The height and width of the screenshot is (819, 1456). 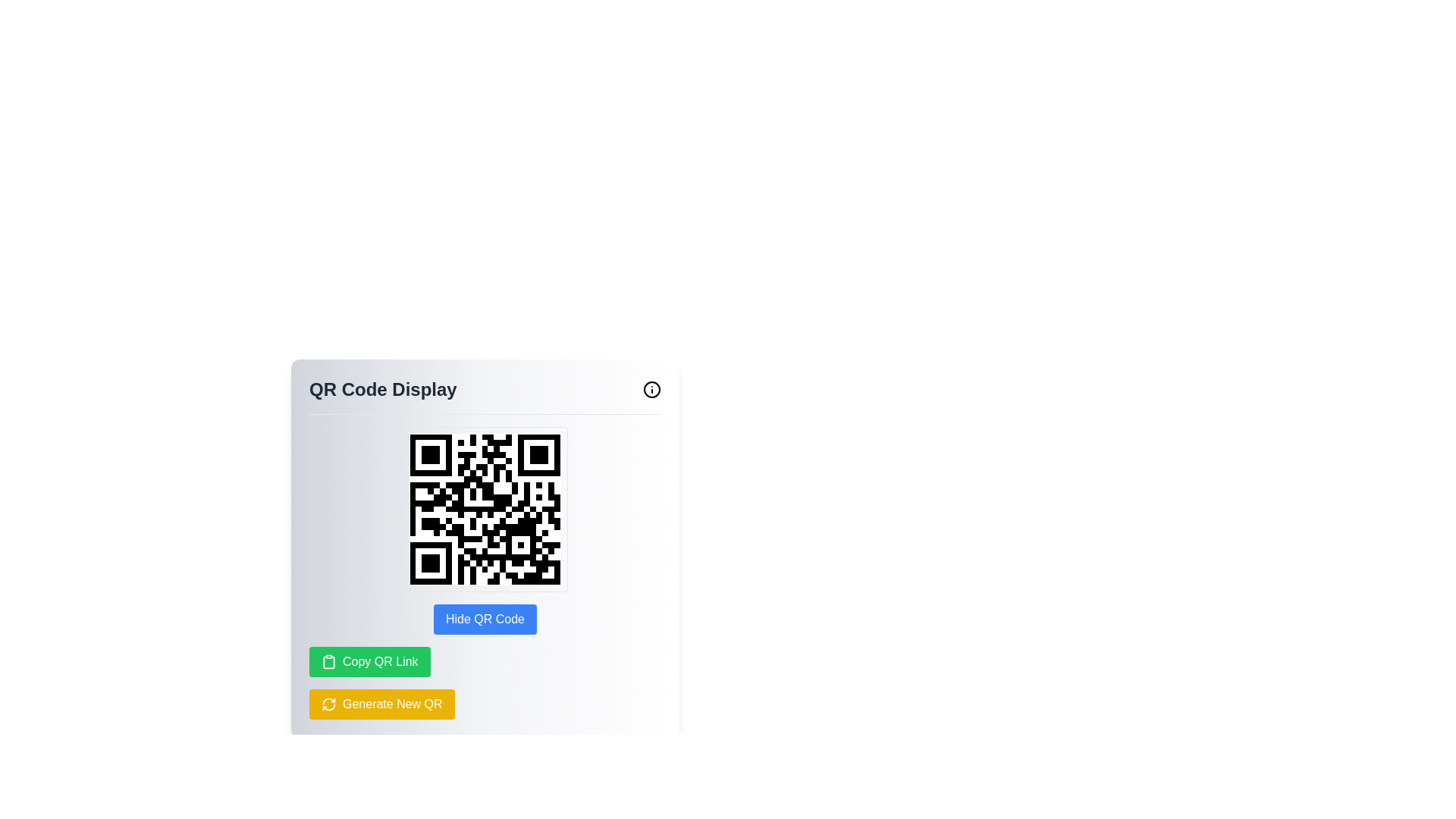 I want to click on the topmost button in the vertical arrangement to hide the currently displayed QR code, so click(x=484, y=620).